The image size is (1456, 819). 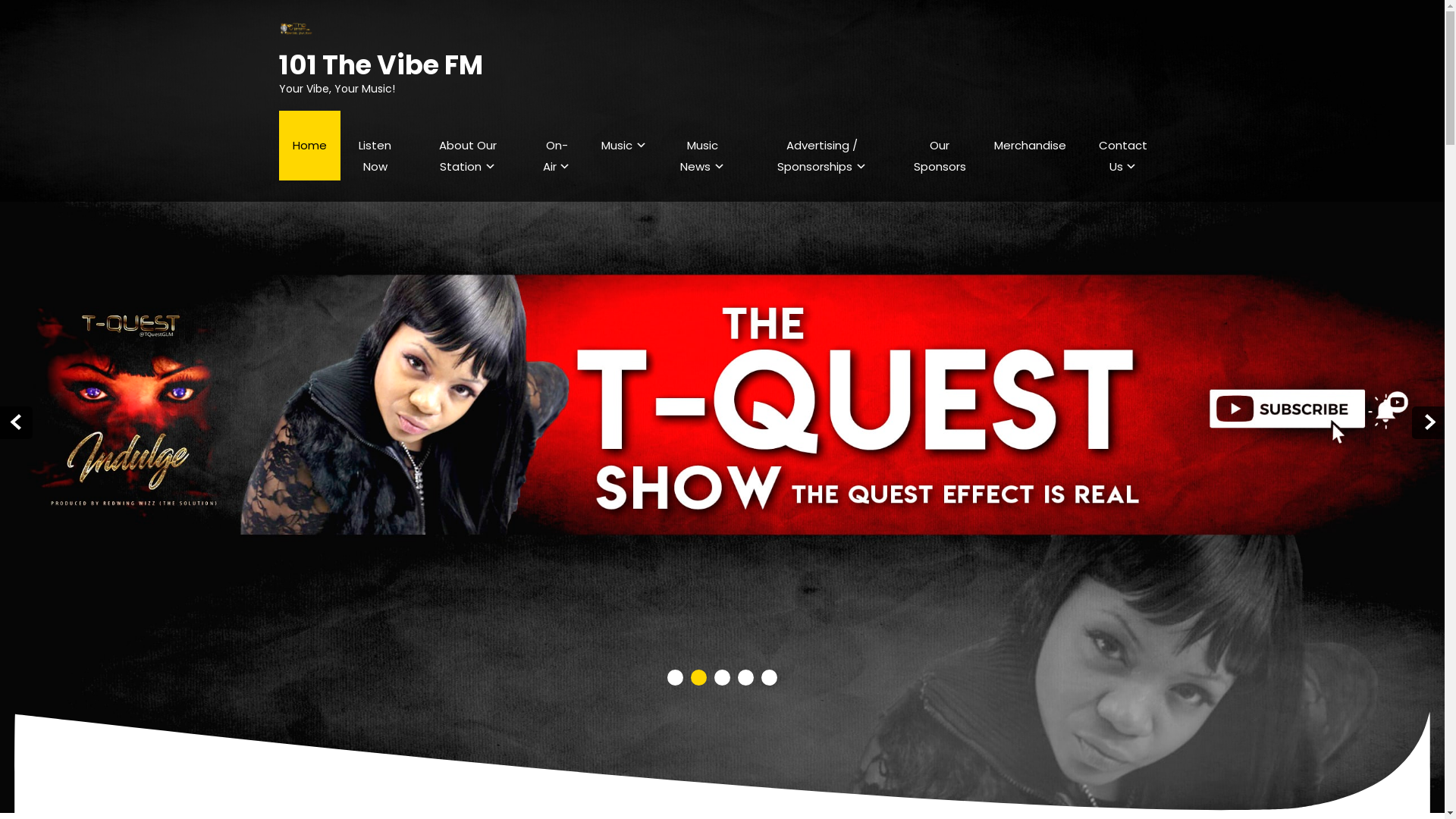 What do you see at coordinates (623, 146) in the screenshot?
I see `'Music'` at bounding box center [623, 146].